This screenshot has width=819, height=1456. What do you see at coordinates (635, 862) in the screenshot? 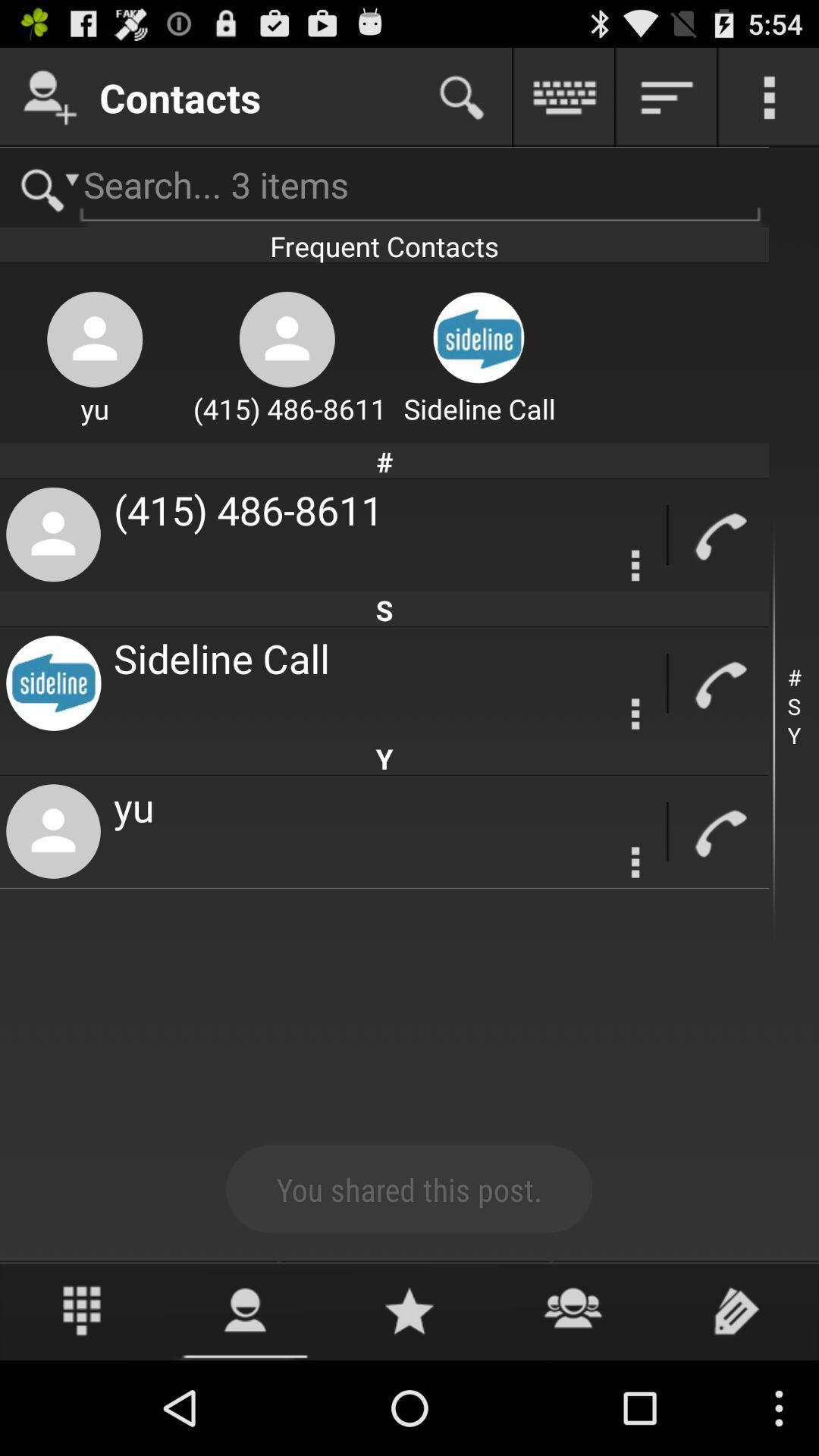
I see `menu page` at bounding box center [635, 862].